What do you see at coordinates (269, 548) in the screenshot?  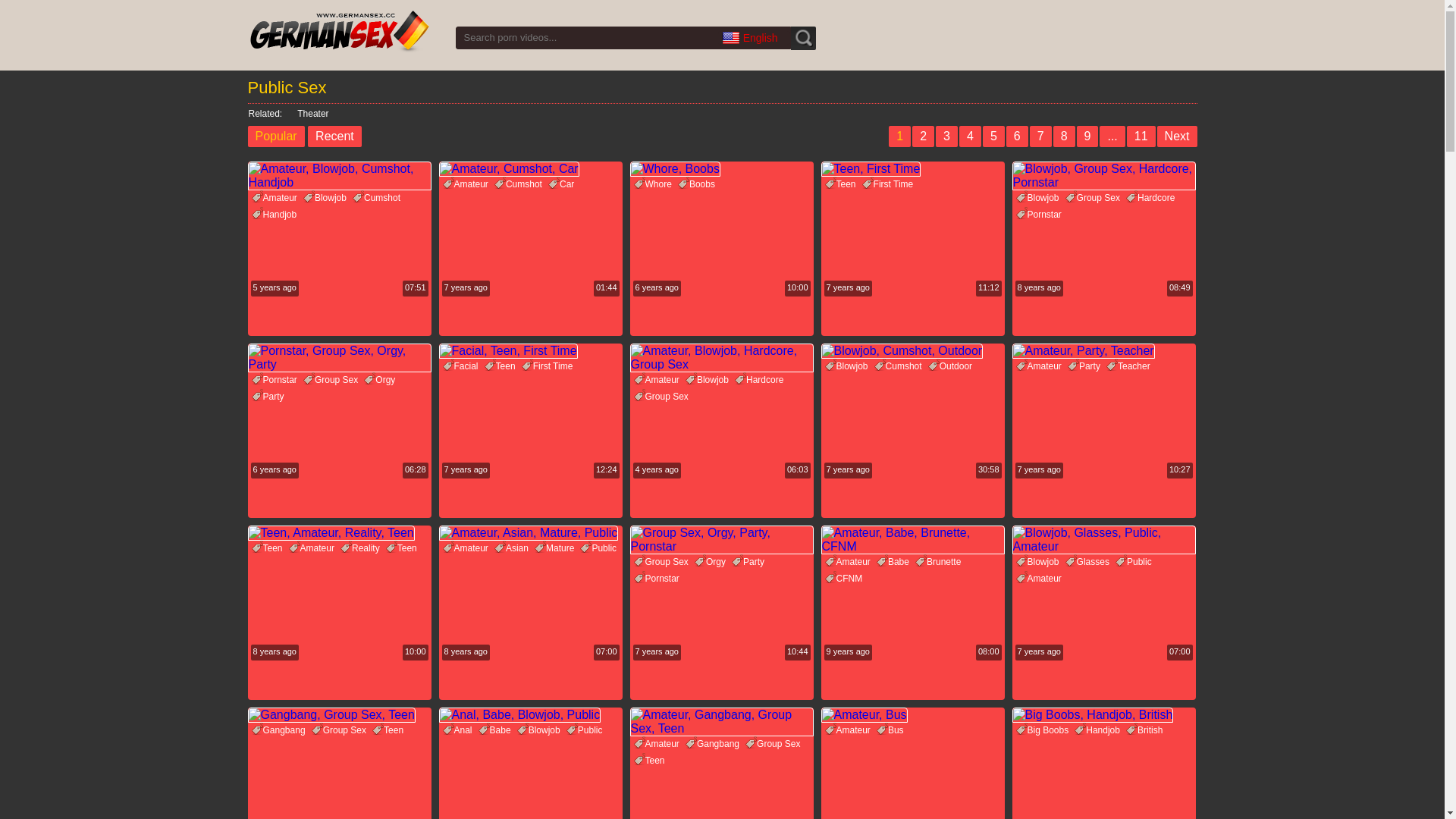 I see `'Teen'` at bounding box center [269, 548].